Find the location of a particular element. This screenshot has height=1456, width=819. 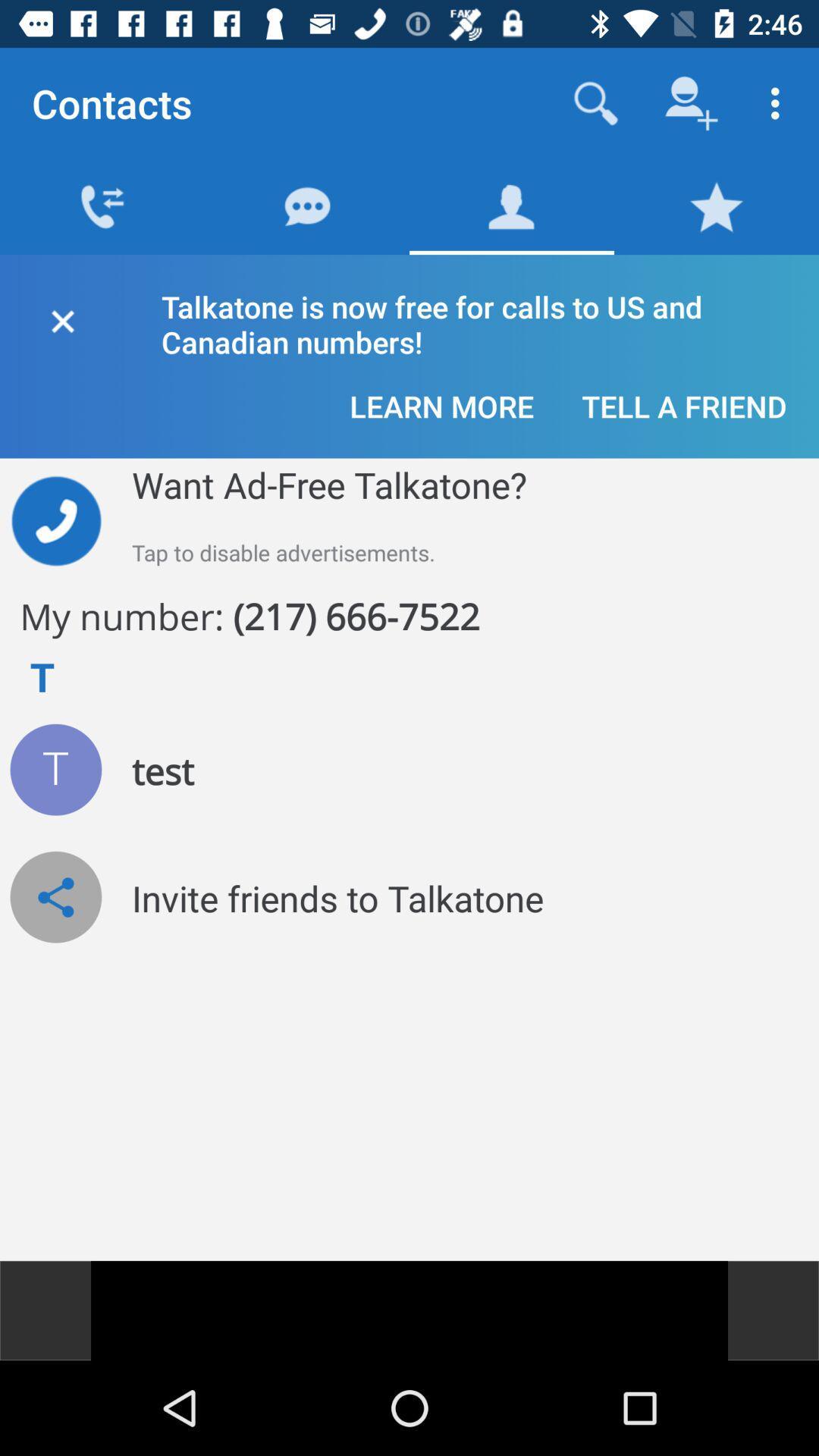

to cancel/to remove is located at coordinates (61, 318).